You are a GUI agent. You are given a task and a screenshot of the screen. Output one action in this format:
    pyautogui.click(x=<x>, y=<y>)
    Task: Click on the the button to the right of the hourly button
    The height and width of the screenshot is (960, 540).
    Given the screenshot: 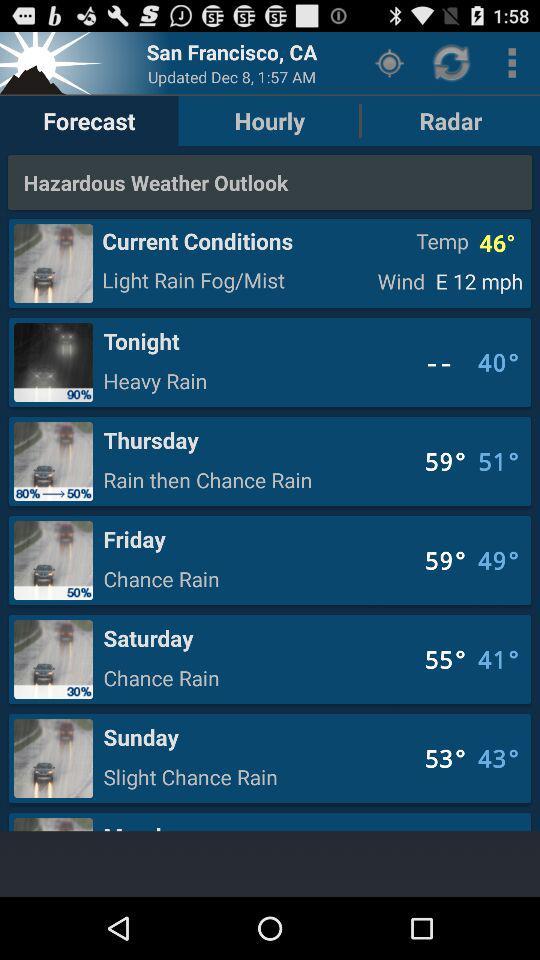 What is the action you would take?
    pyautogui.click(x=389, y=62)
    